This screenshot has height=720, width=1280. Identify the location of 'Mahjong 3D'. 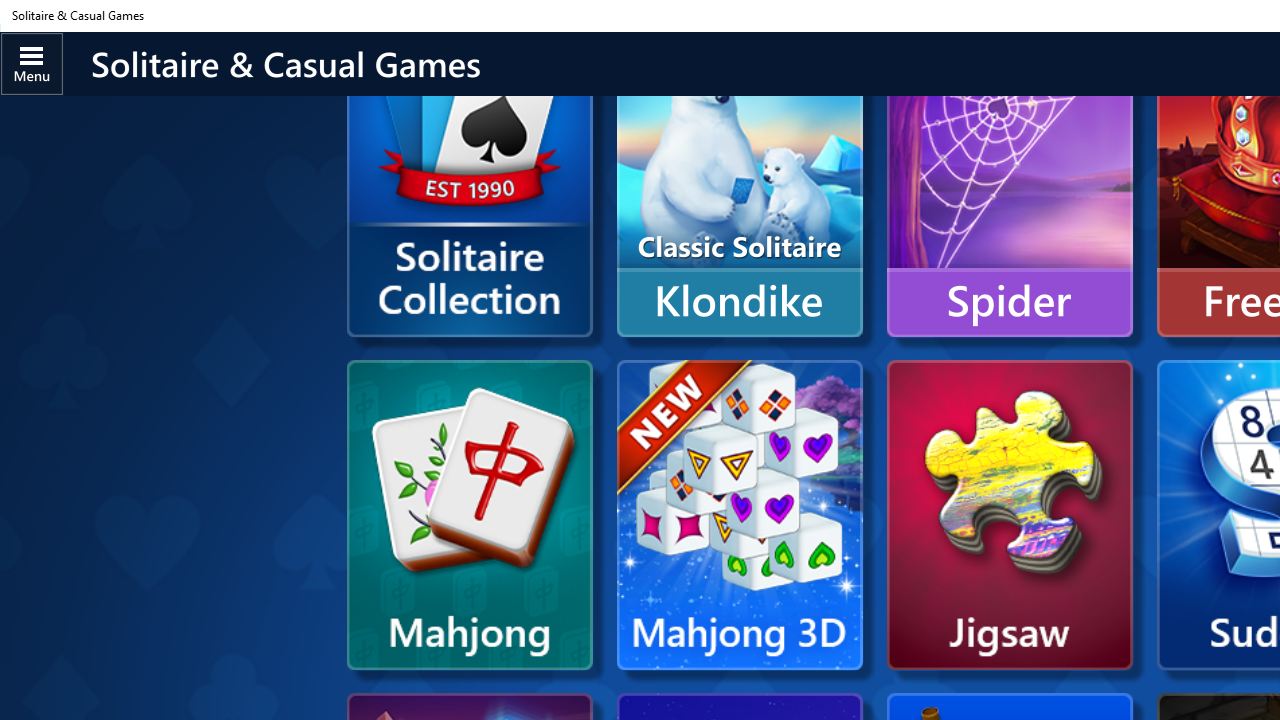
(738, 514).